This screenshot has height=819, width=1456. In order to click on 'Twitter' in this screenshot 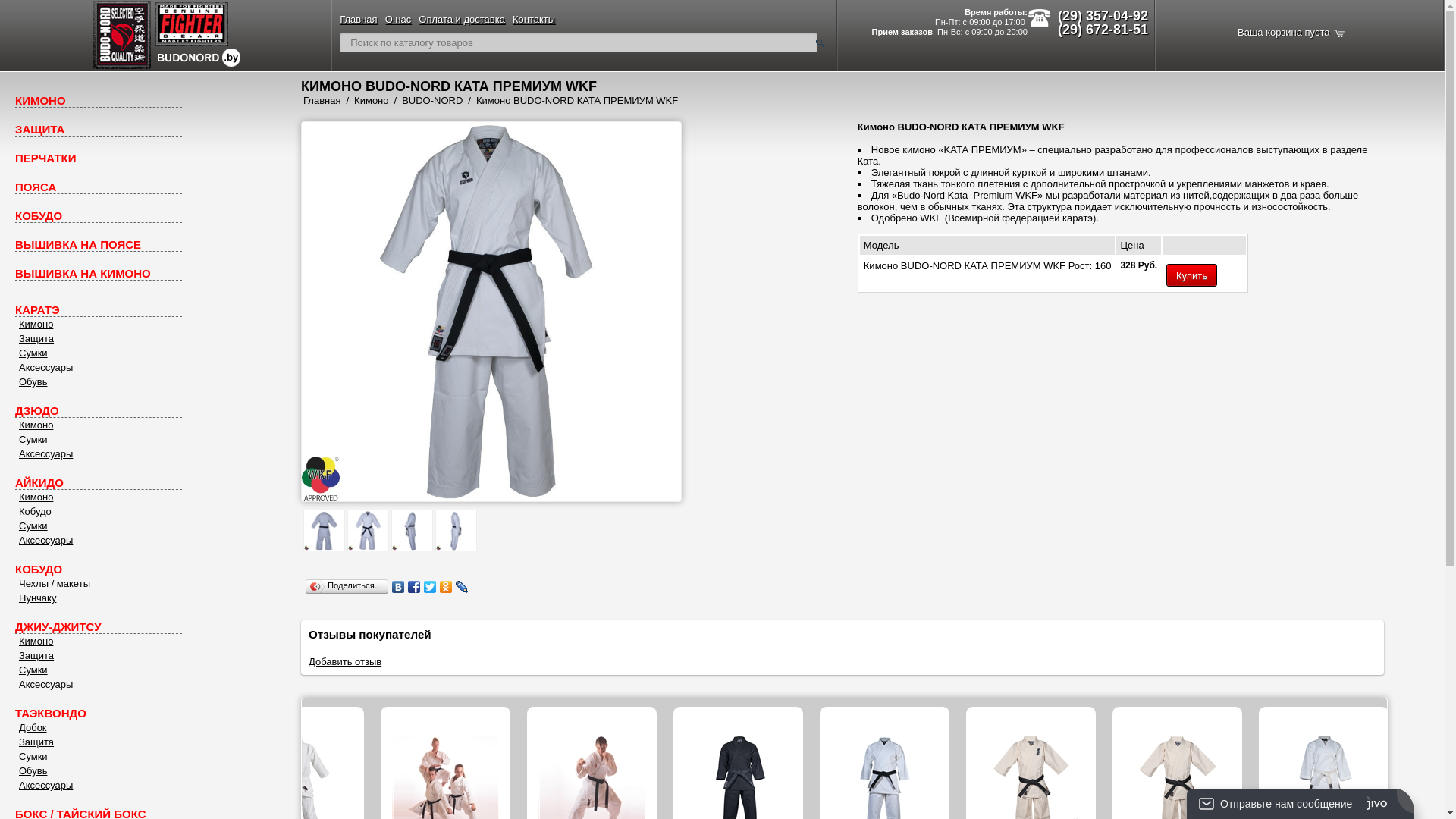, I will do `click(429, 586)`.